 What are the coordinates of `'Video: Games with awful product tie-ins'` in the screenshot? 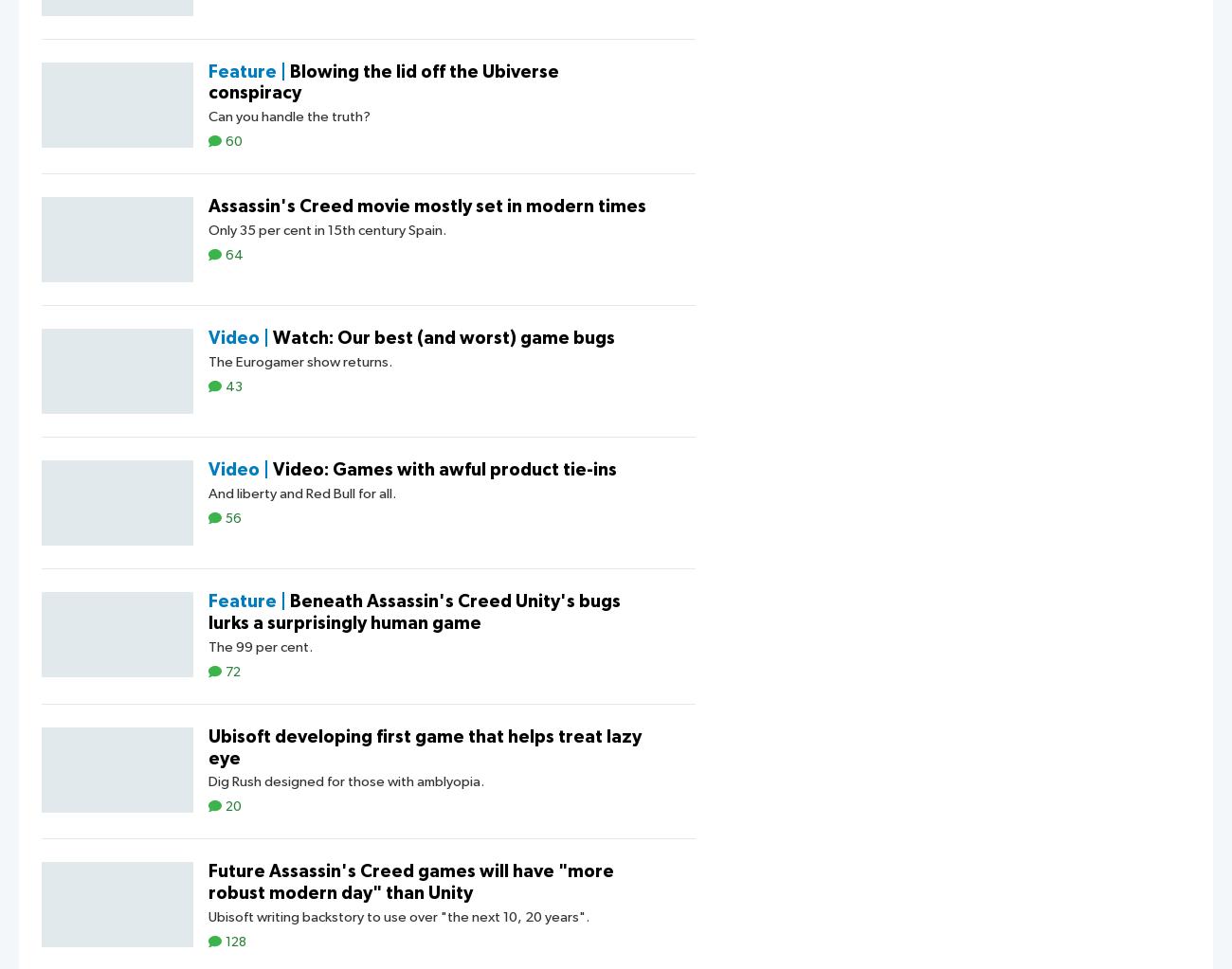 It's located at (444, 470).